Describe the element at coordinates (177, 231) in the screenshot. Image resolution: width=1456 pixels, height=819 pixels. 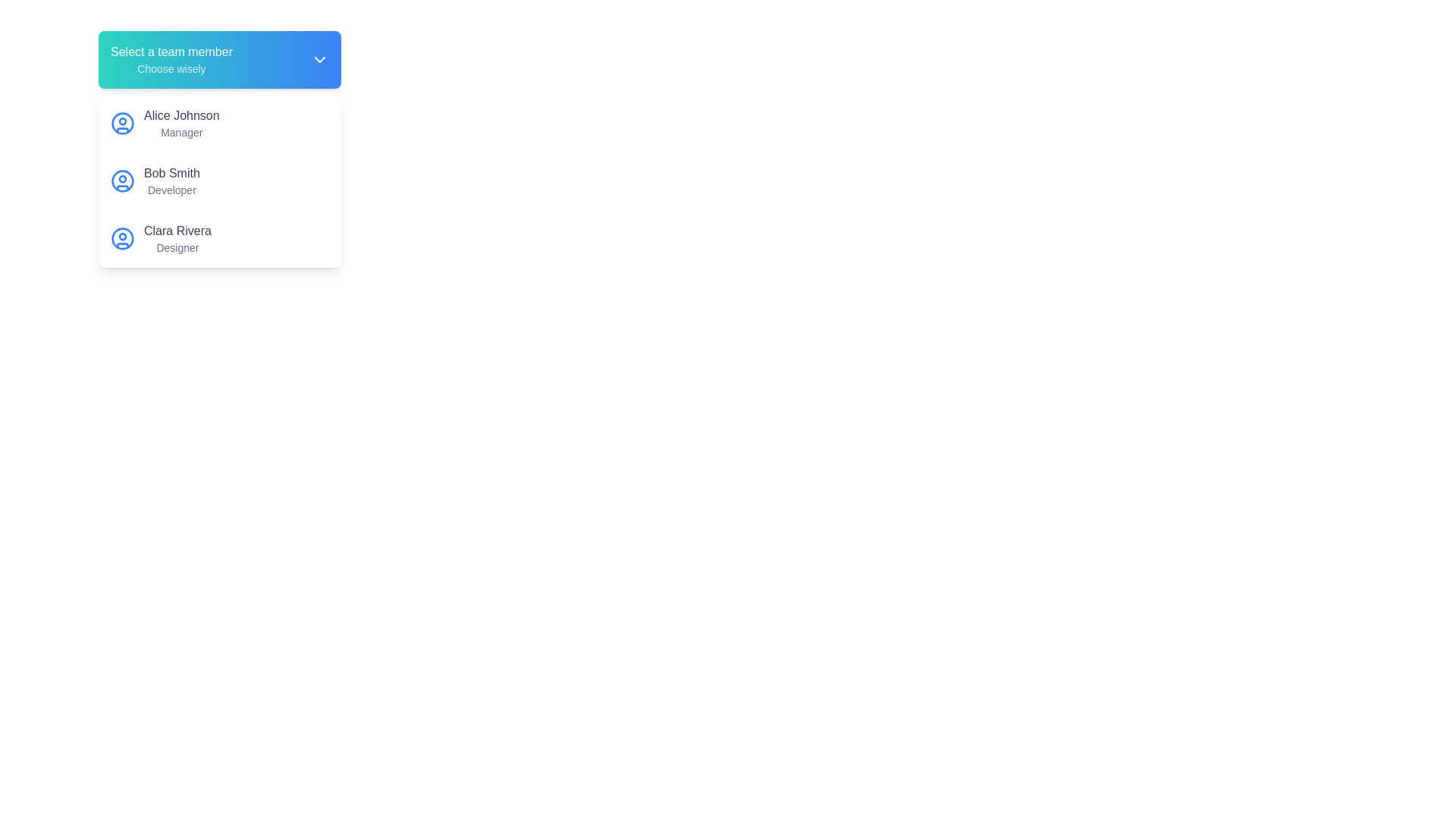
I see `displayed text 'Clara Rivera' from the text label in the dropdown selection list under 'Select a team member.'` at that location.